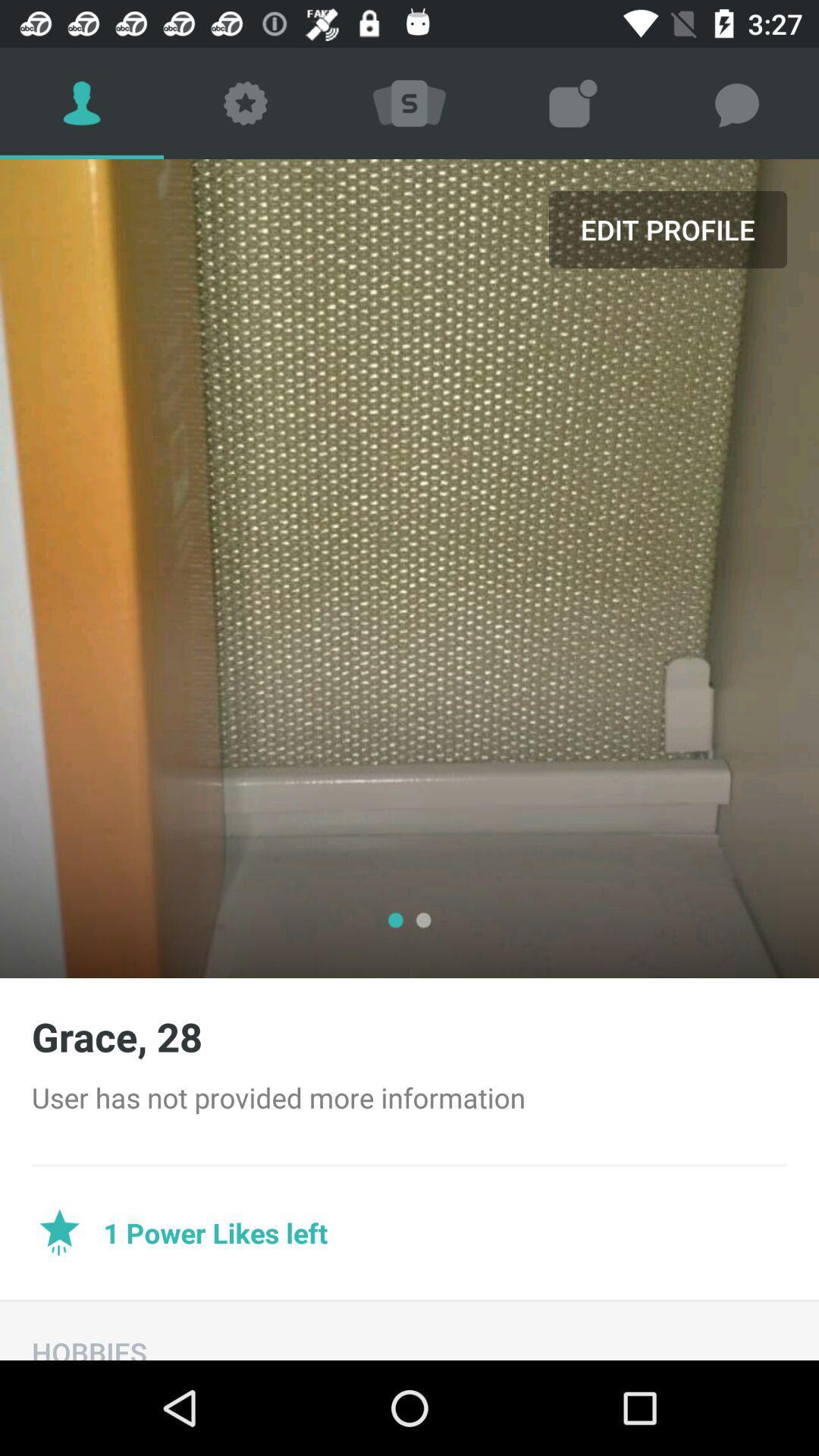  I want to click on the user has not, so click(409, 1097).